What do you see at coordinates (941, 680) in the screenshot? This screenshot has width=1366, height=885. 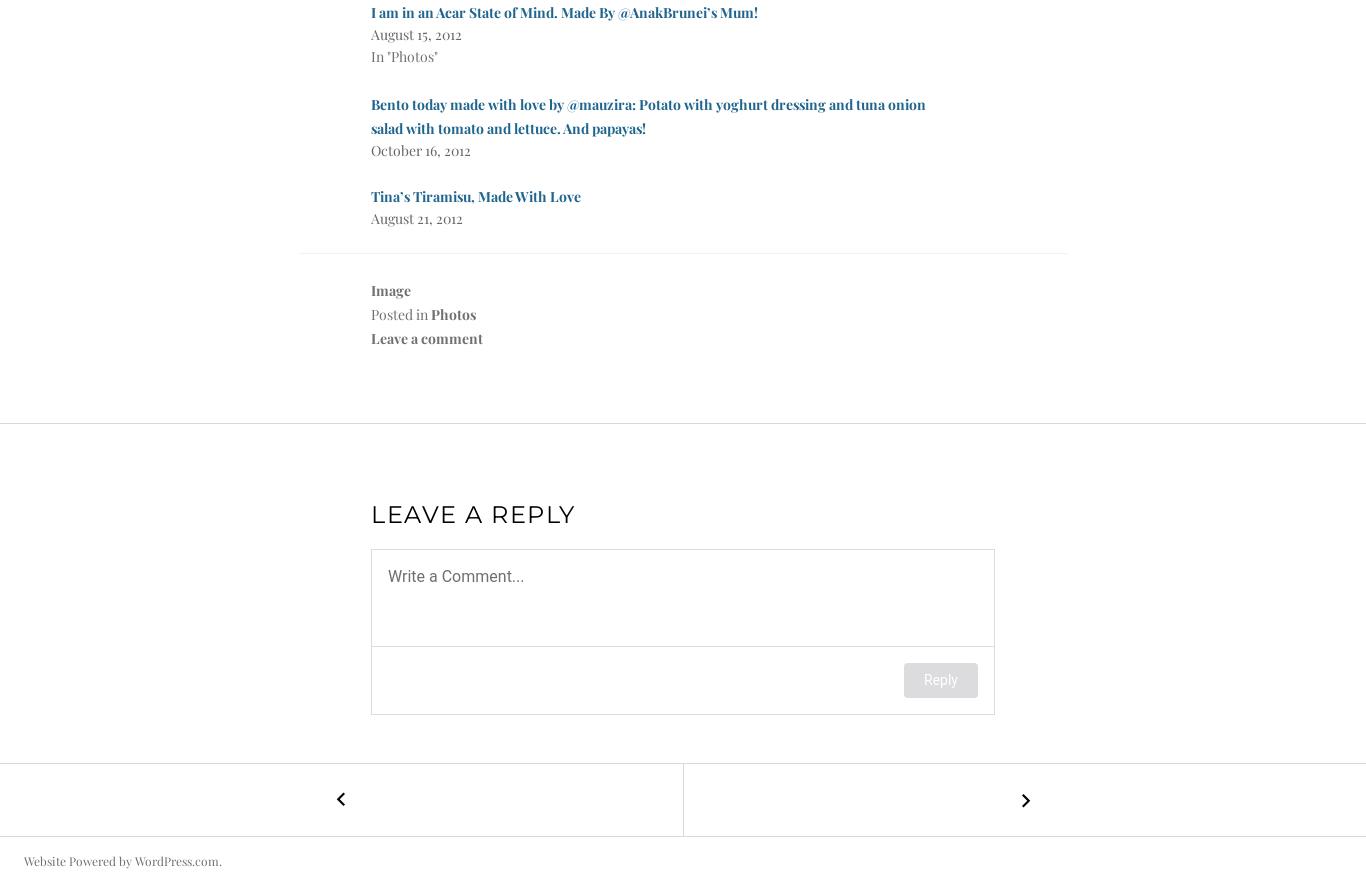 I see `'Reply'` at bounding box center [941, 680].